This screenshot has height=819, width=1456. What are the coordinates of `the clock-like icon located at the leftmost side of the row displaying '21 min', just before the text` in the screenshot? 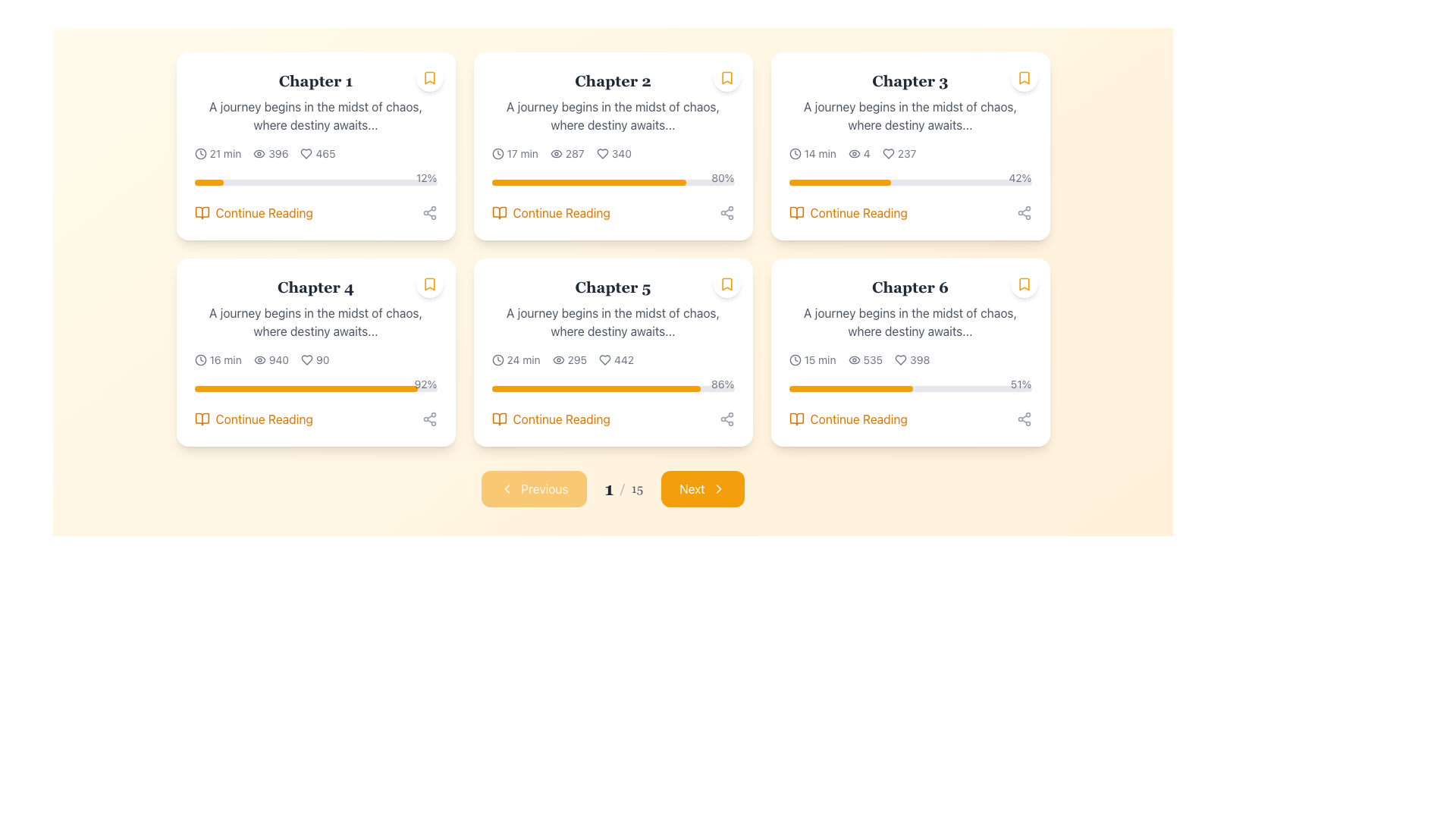 It's located at (199, 154).